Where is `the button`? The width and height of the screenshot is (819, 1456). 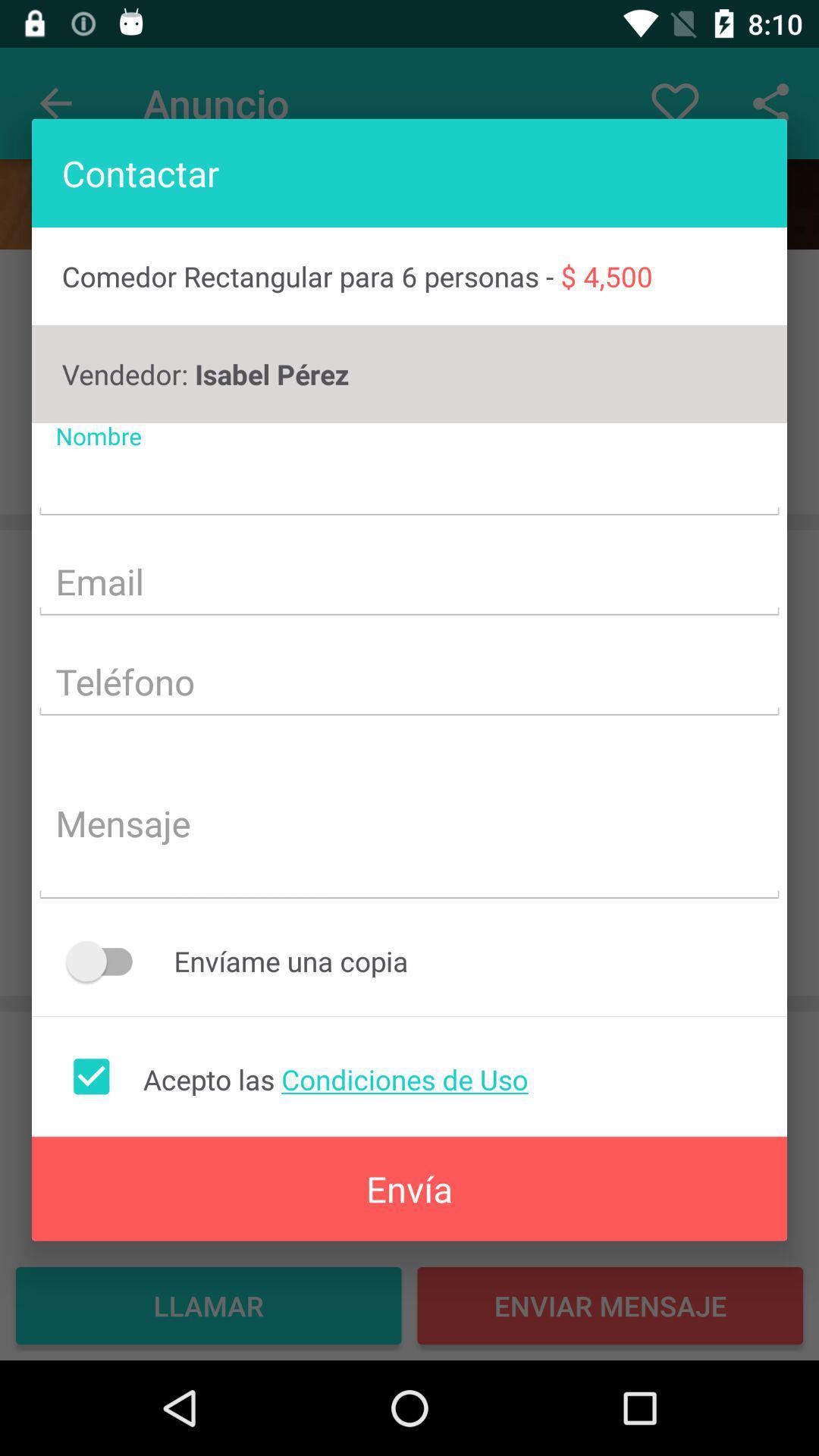
the button is located at coordinates (106, 960).